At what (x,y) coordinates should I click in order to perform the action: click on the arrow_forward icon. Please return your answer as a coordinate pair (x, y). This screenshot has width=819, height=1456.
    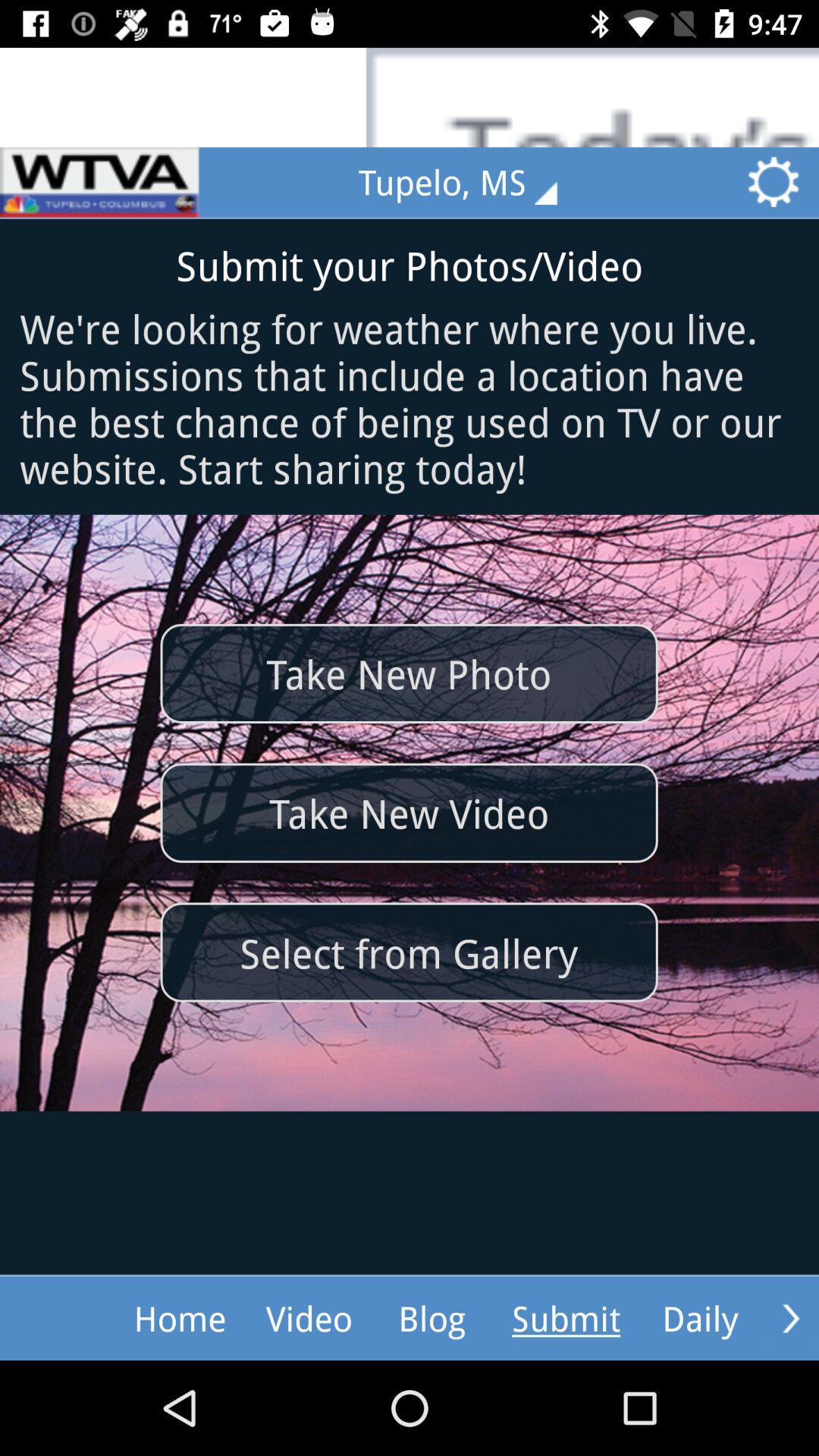
    Looking at the image, I should click on (790, 1317).